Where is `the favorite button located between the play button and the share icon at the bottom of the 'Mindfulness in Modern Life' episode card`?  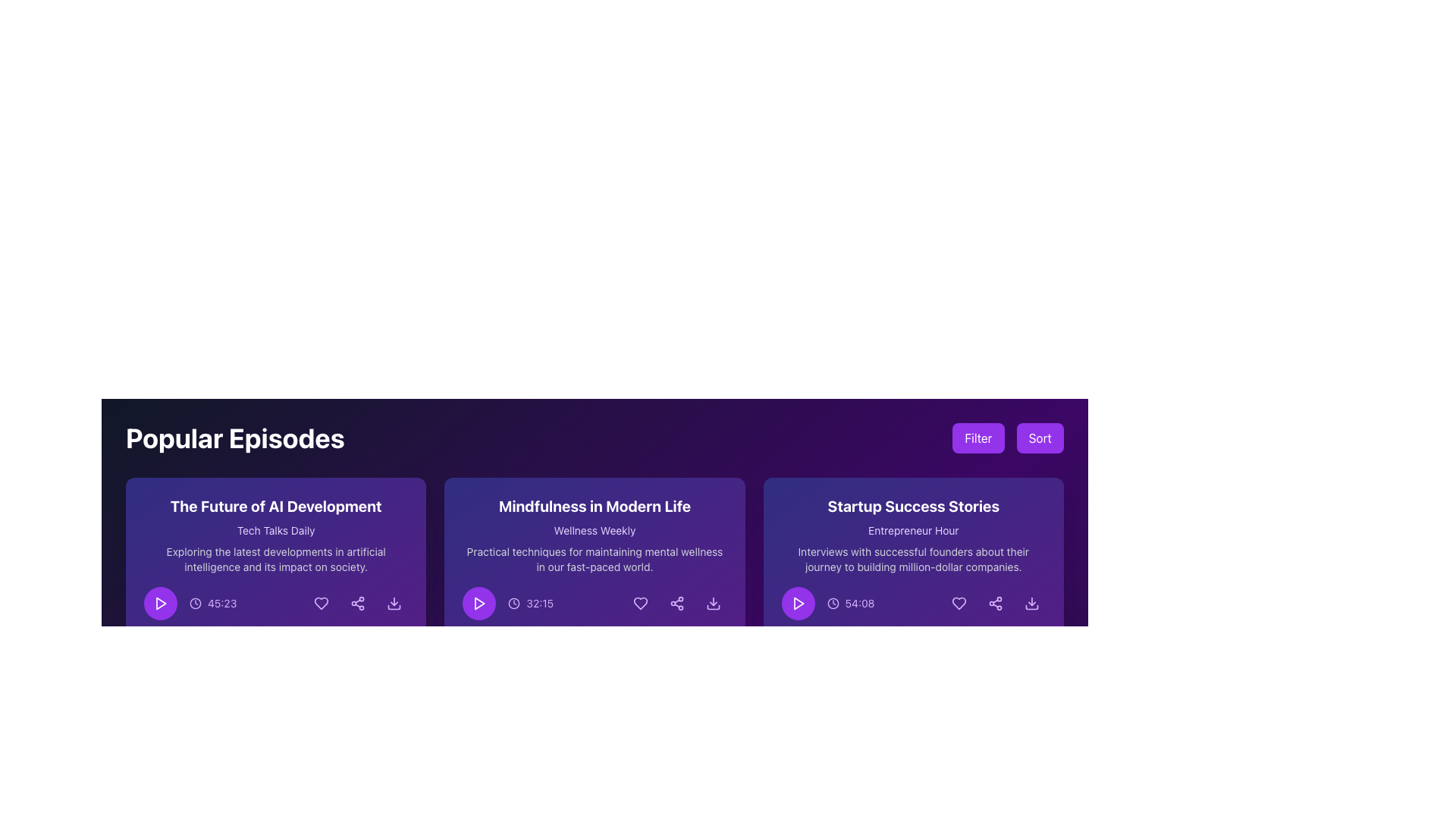 the favorite button located between the play button and the share icon at the bottom of the 'Mindfulness in Modern Life' episode card is located at coordinates (640, 602).